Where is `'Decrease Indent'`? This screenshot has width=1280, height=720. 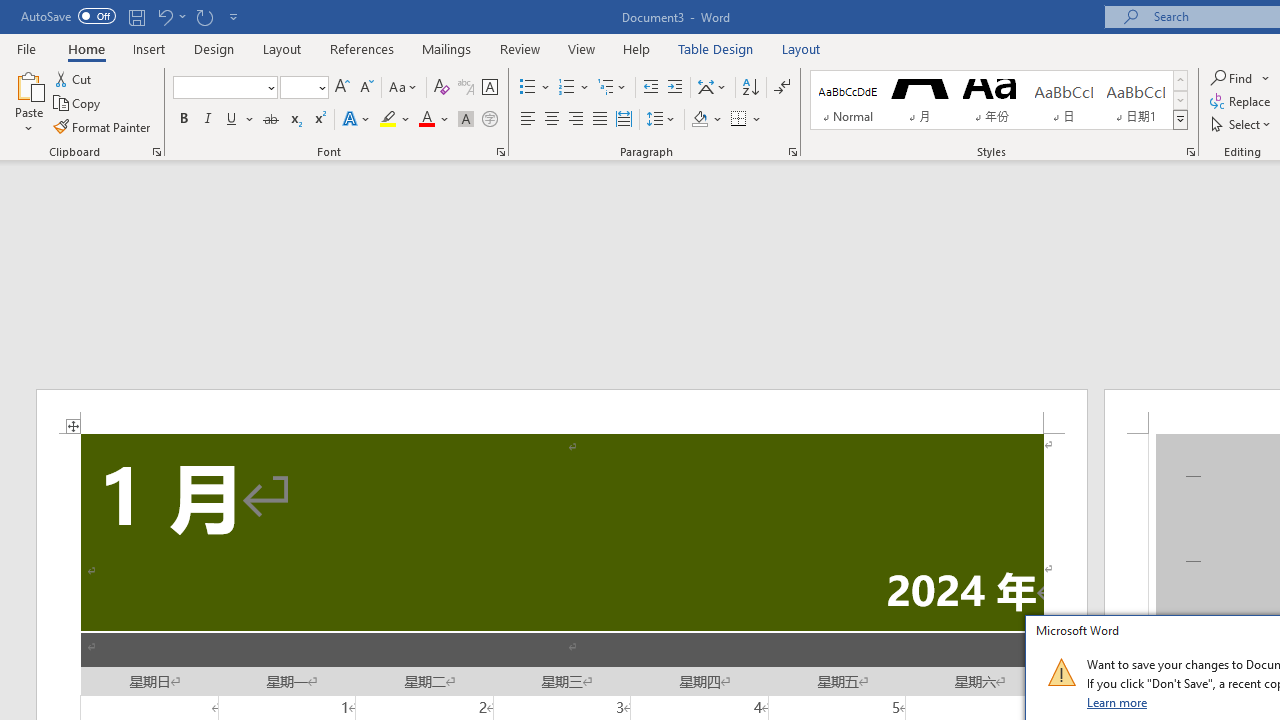 'Decrease Indent' is located at coordinates (650, 86).